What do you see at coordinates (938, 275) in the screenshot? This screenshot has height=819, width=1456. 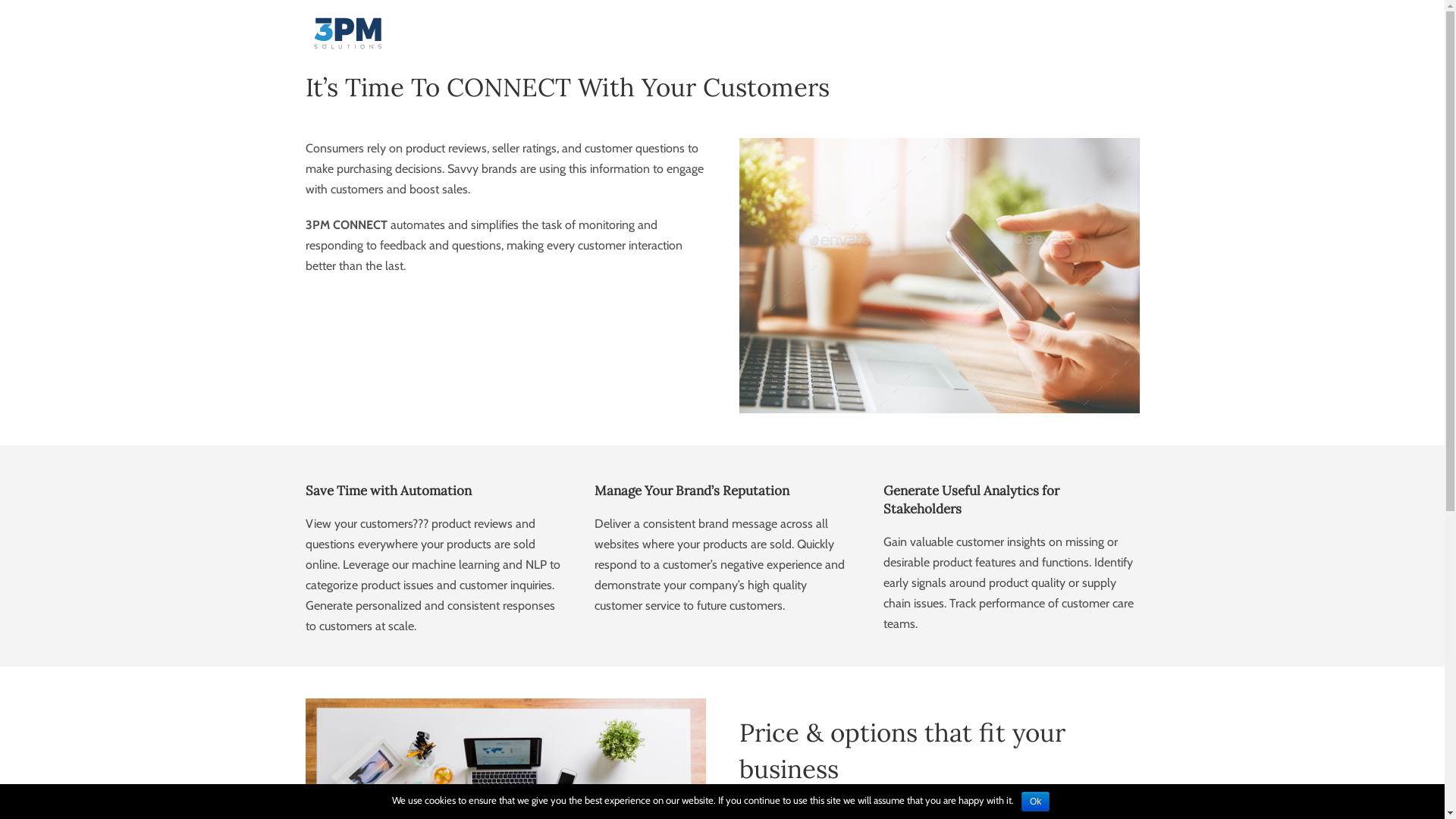 I see `'reviewing'` at bounding box center [938, 275].